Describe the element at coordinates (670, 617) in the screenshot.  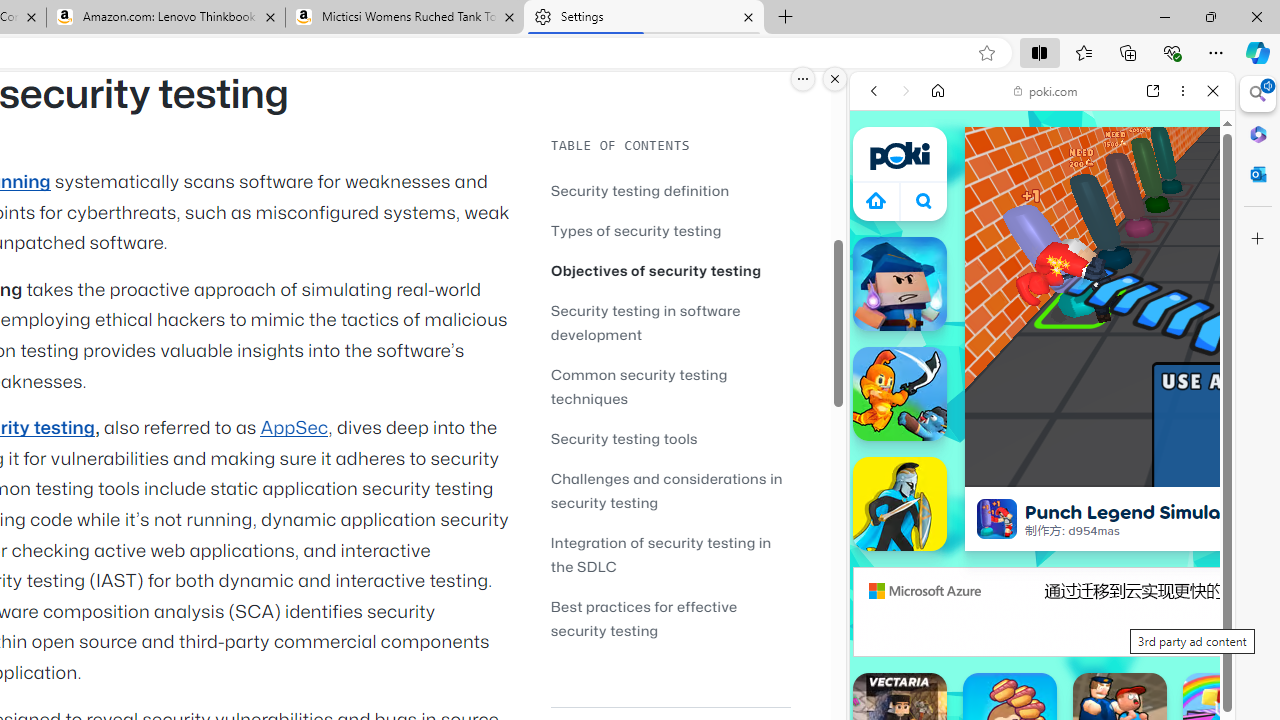
I see `'Best practices for effective security testing'` at that location.